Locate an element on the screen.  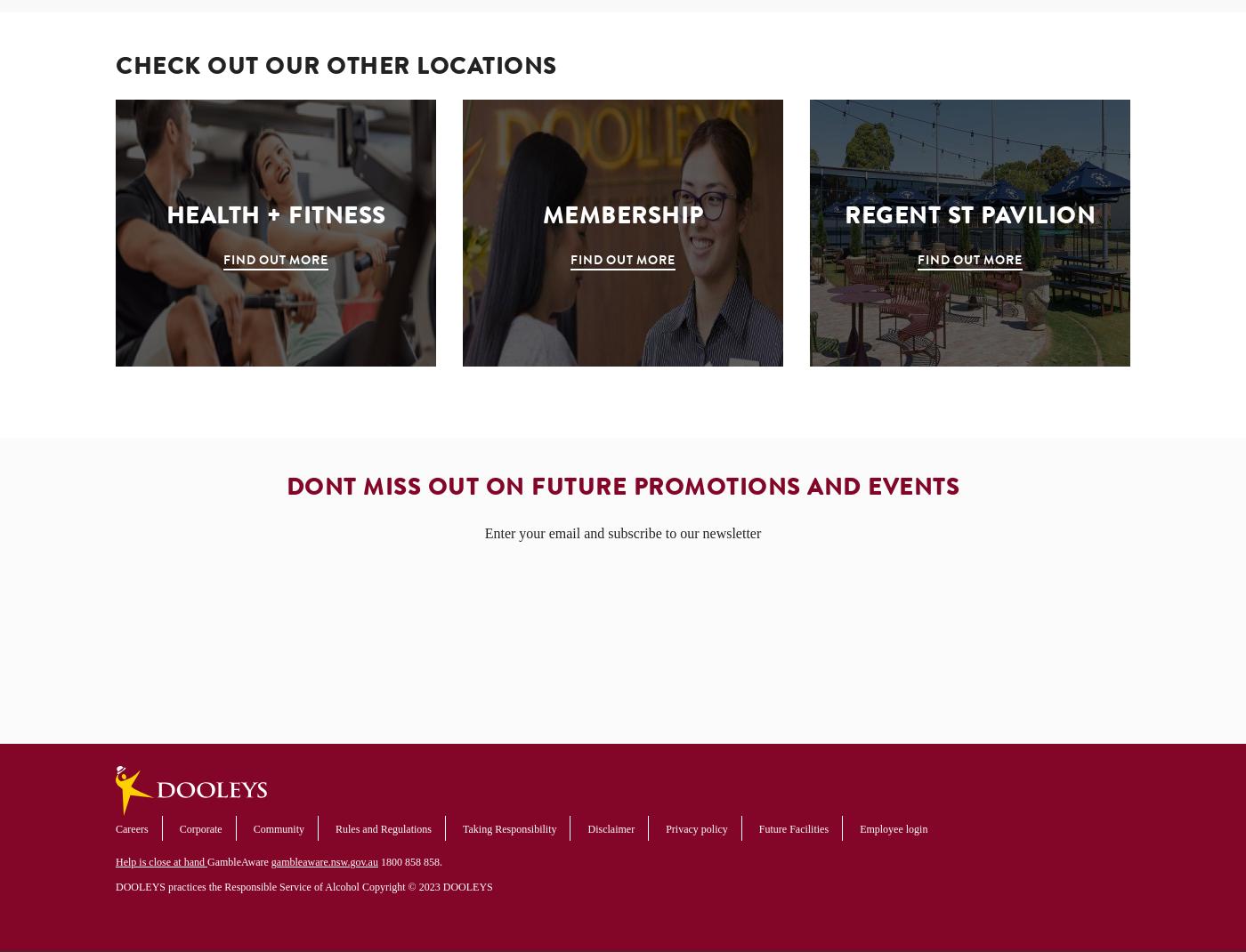
'Careers' is located at coordinates (116, 827).